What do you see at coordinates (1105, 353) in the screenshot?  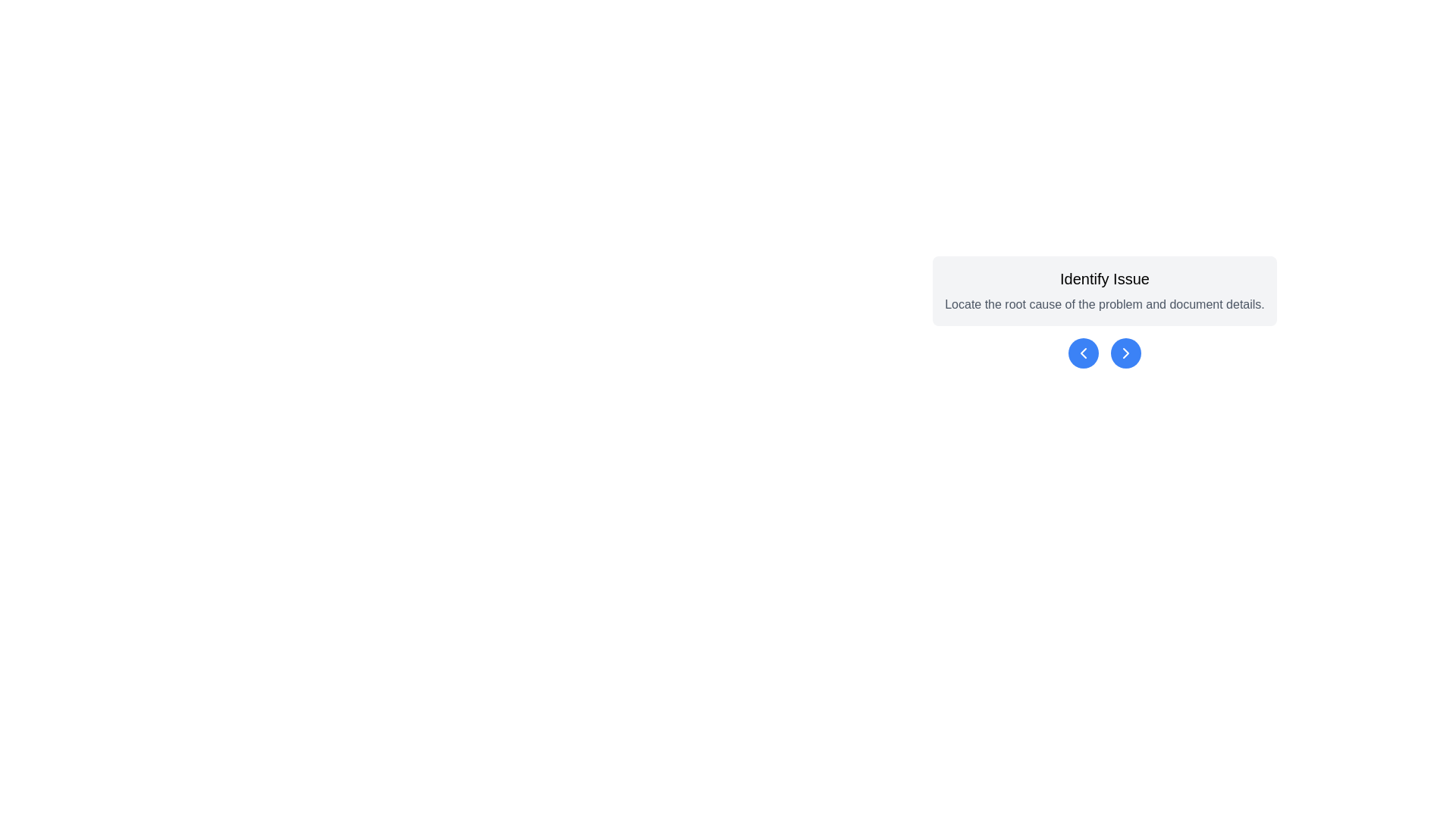 I see `the blue circular navigation buttons located below the 'Identify Issue' section` at bounding box center [1105, 353].